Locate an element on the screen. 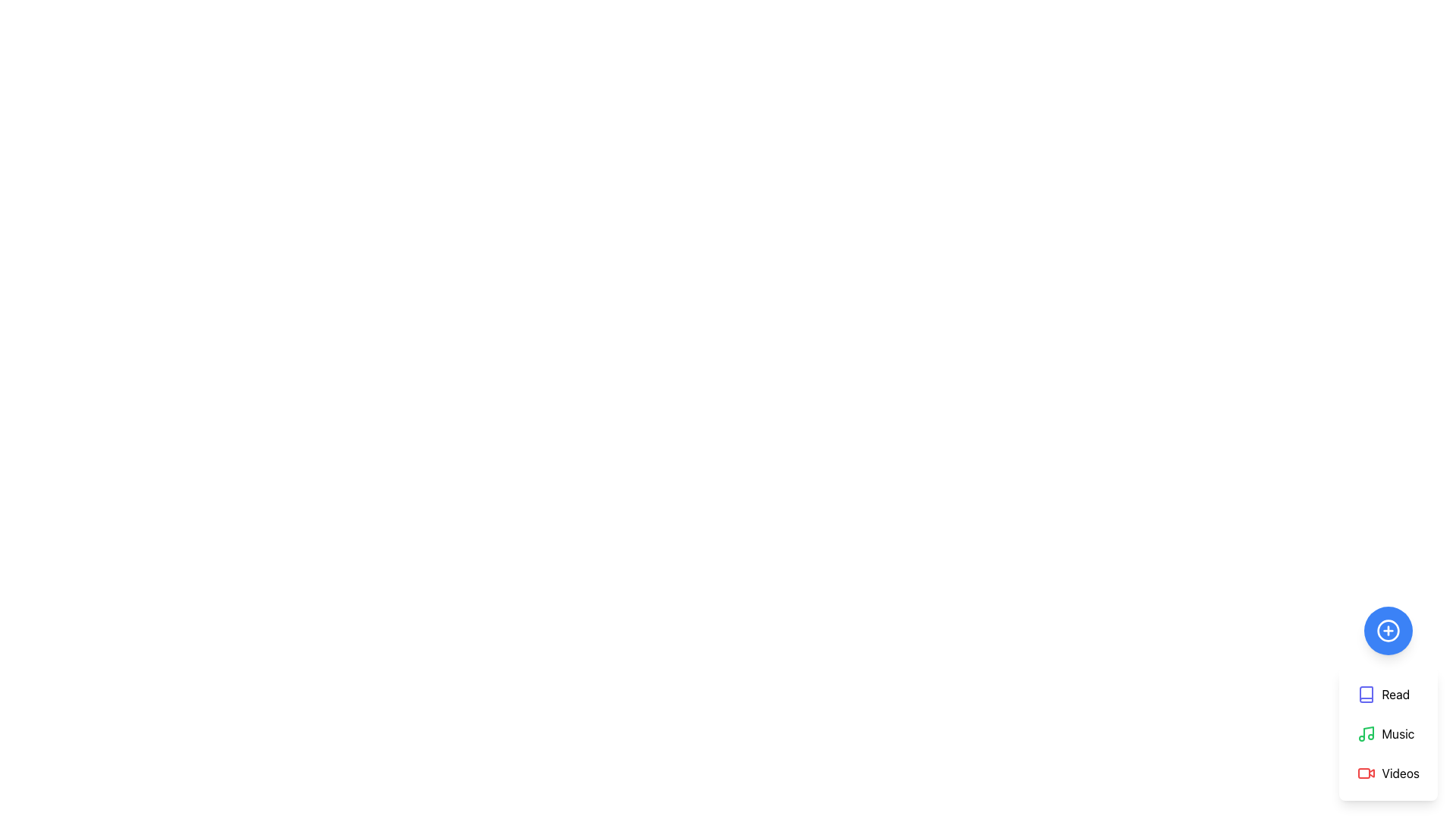  the vertical musical note graphic element that is part of the 'Music' icon, positioned between two circular elements is located at coordinates (1369, 732).